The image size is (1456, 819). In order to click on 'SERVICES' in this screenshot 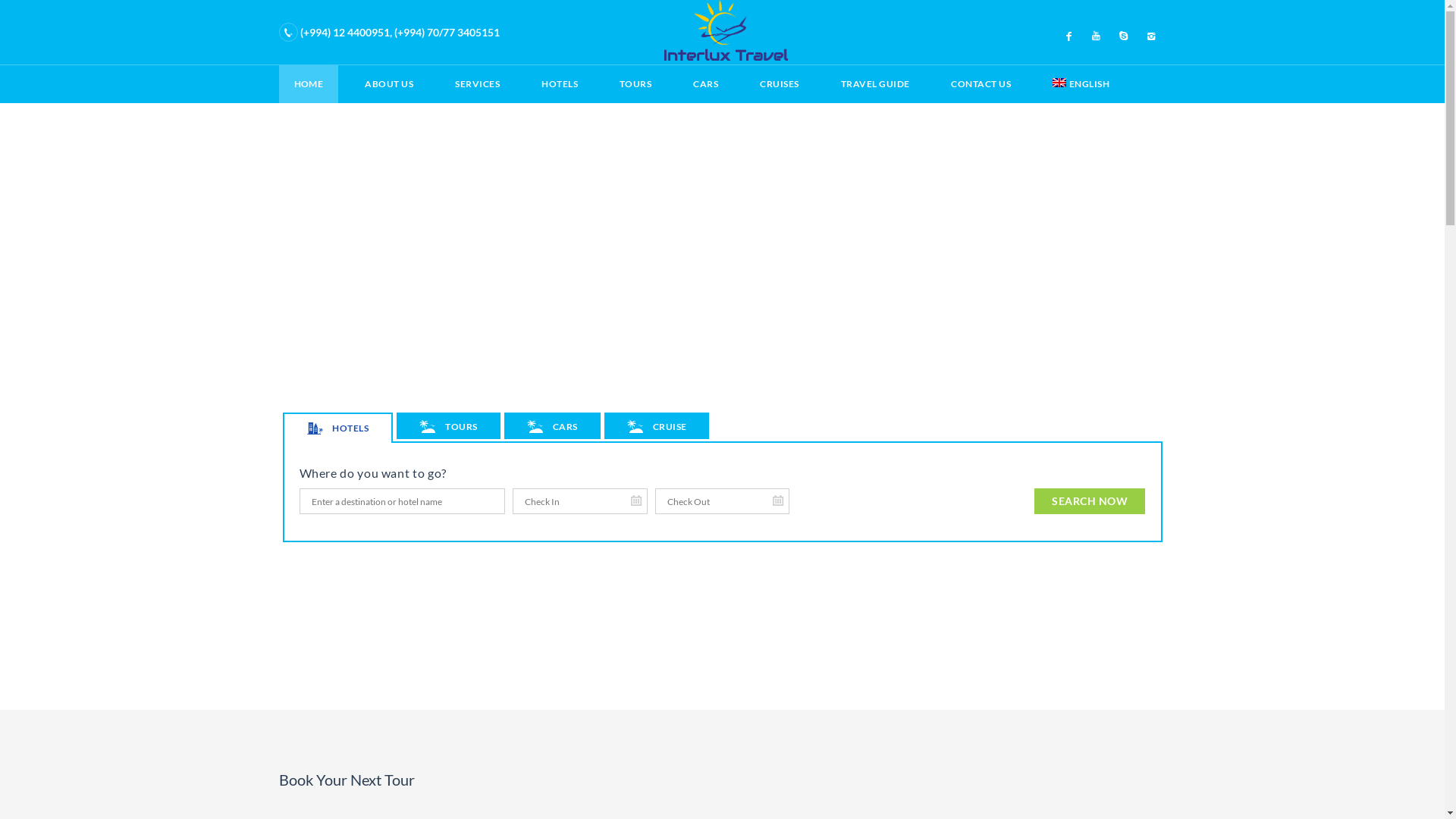, I will do `click(439, 84)`.